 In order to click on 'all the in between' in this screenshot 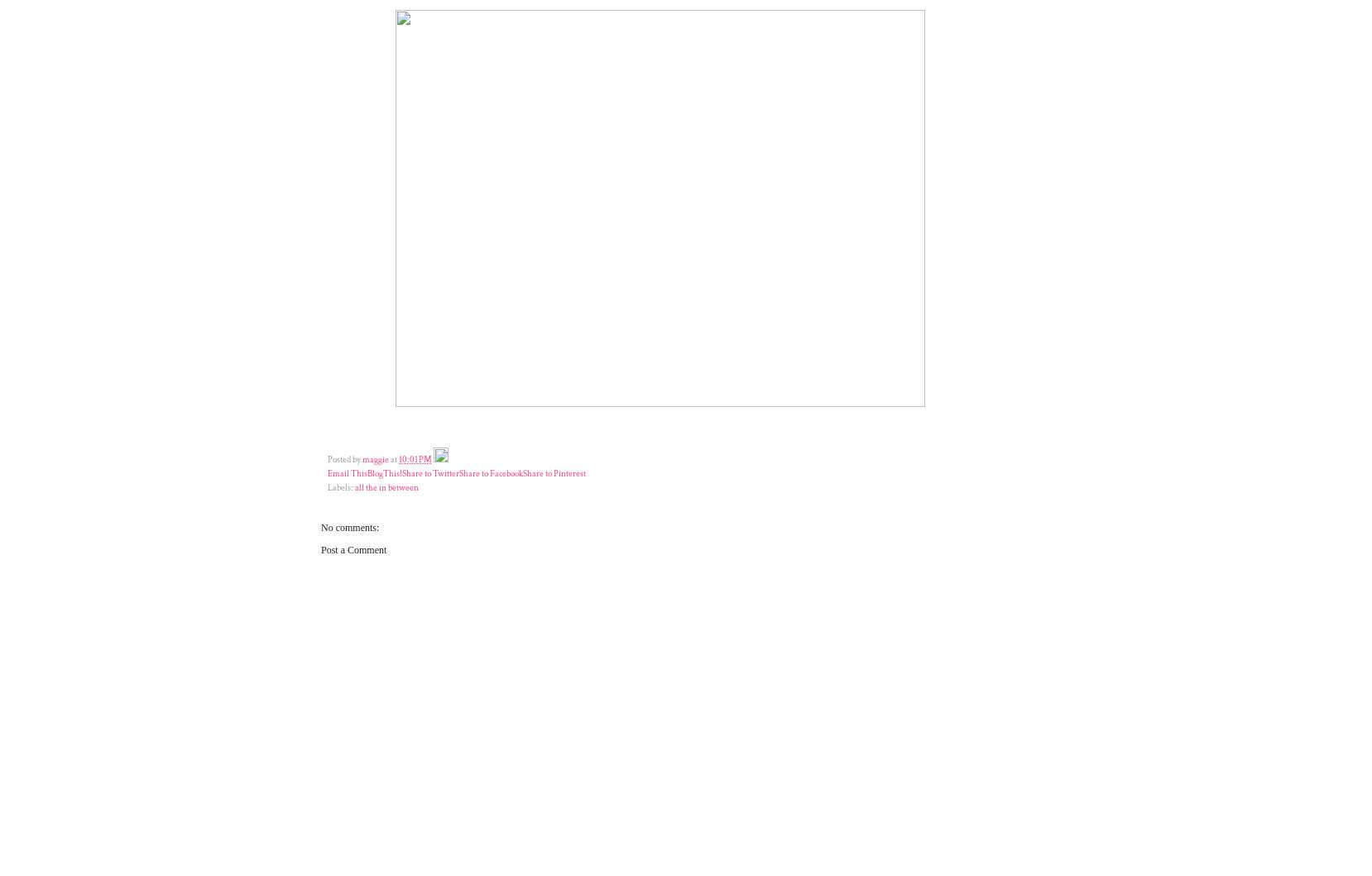, I will do `click(386, 486)`.